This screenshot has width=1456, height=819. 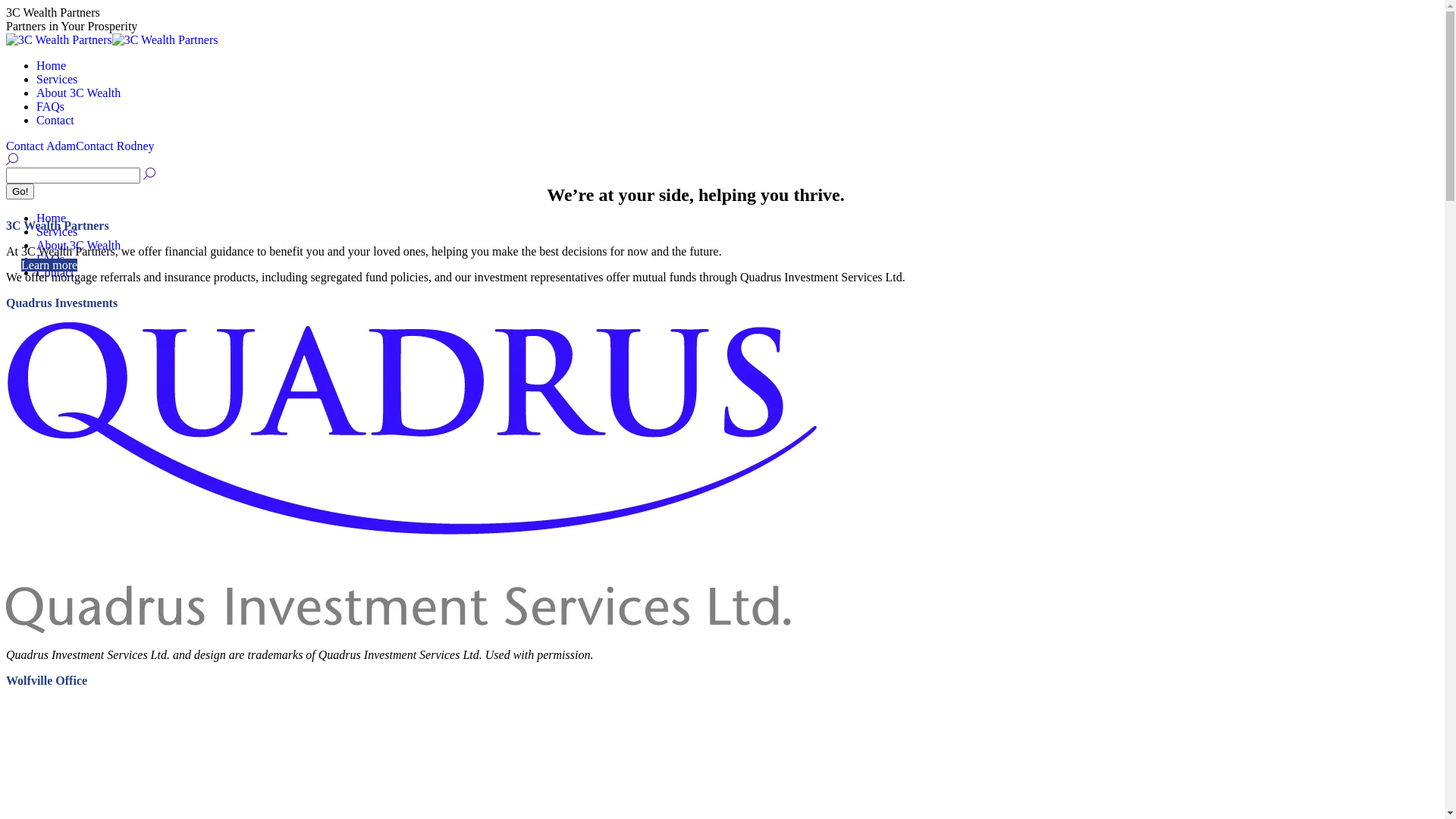 What do you see at coordinates (51, 64) in the screenshot?
I see `'Home'` at bounding box center [51, 64].